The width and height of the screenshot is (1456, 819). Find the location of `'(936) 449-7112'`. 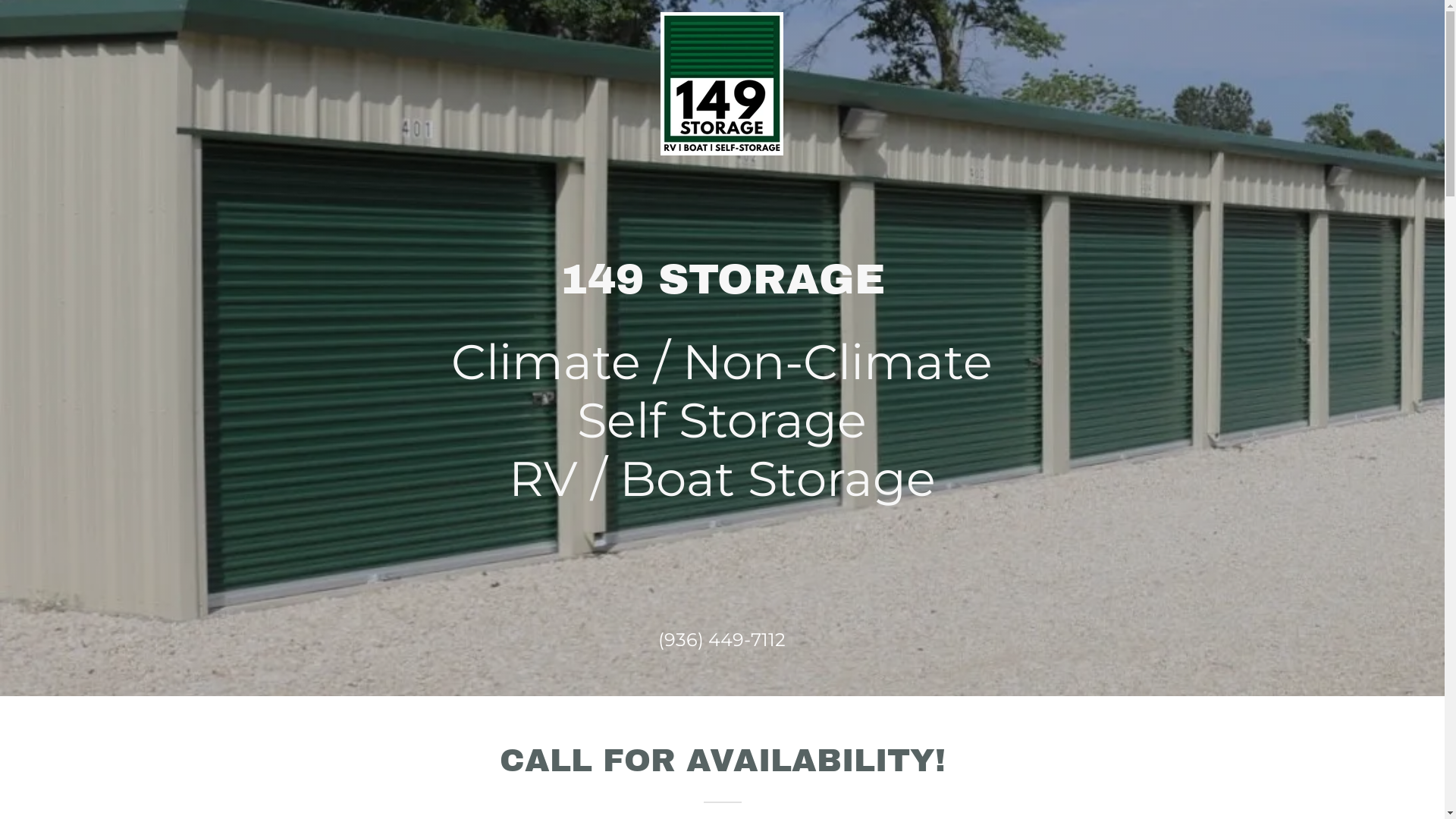

'(936) 449-7112' is located at coordinates (720, 639).